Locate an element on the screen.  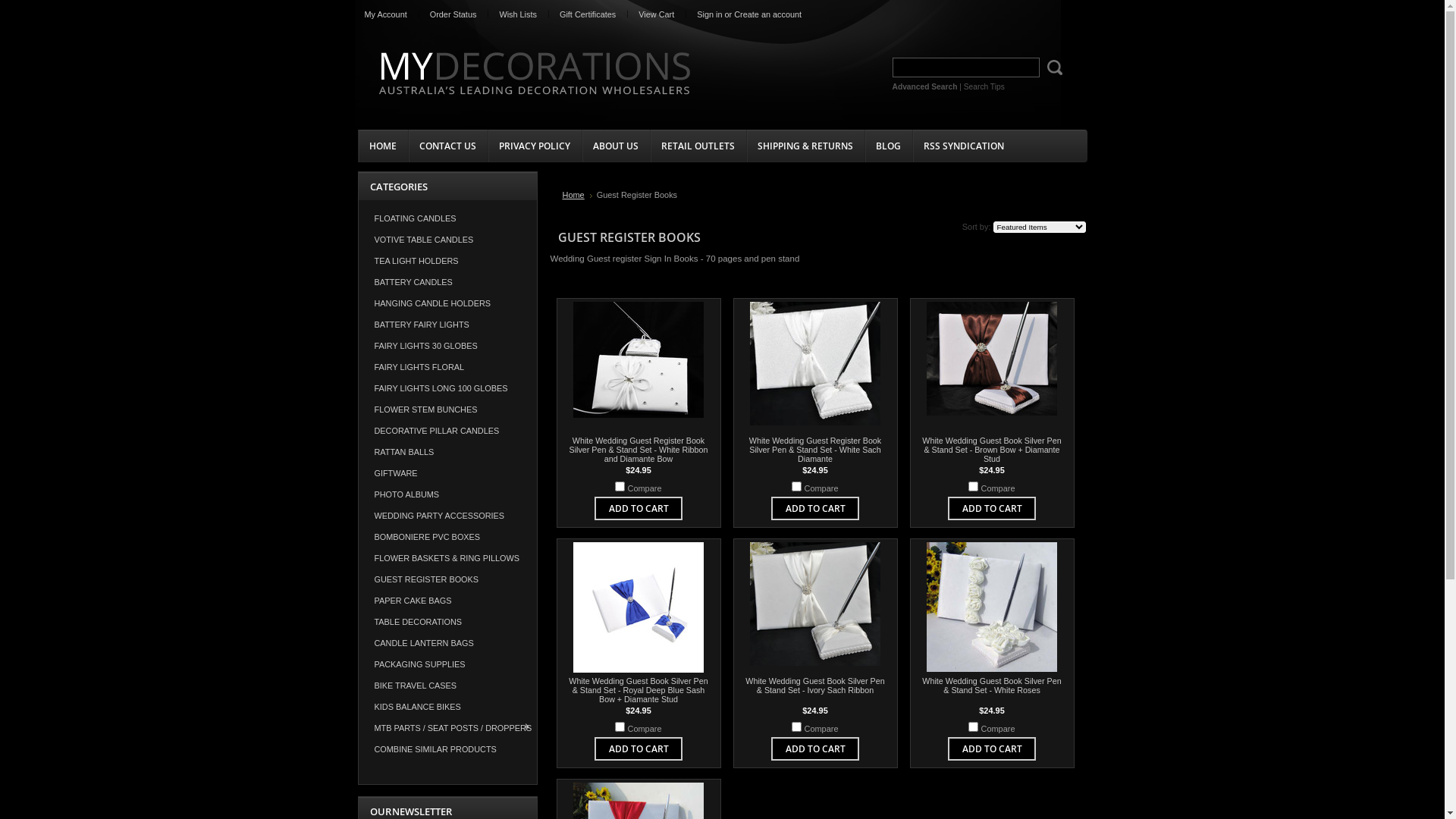
'CONTACT US' is located at coordinates (447, 146).